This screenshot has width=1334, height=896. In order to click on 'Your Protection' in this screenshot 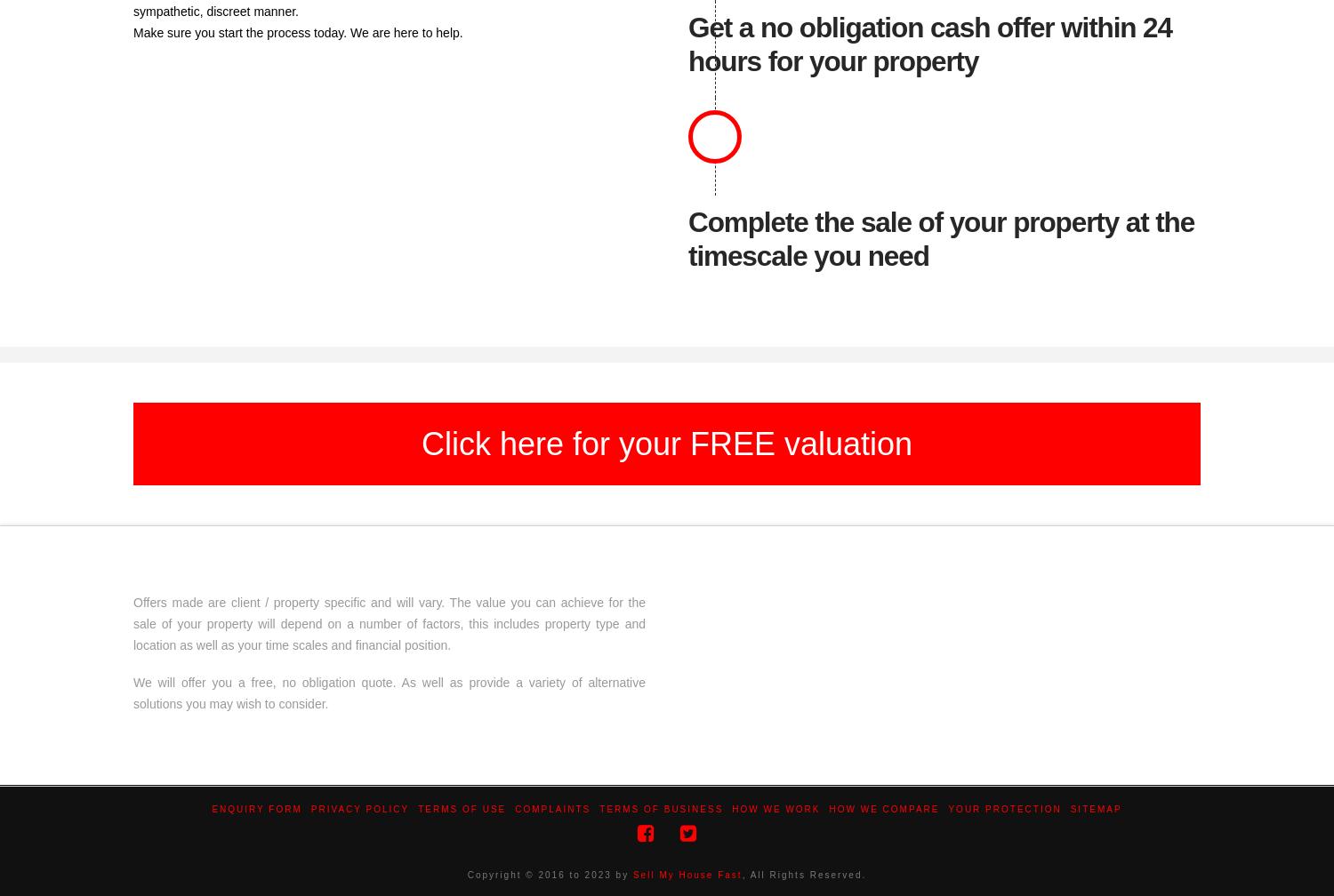, I will do `click(947, 809)`.